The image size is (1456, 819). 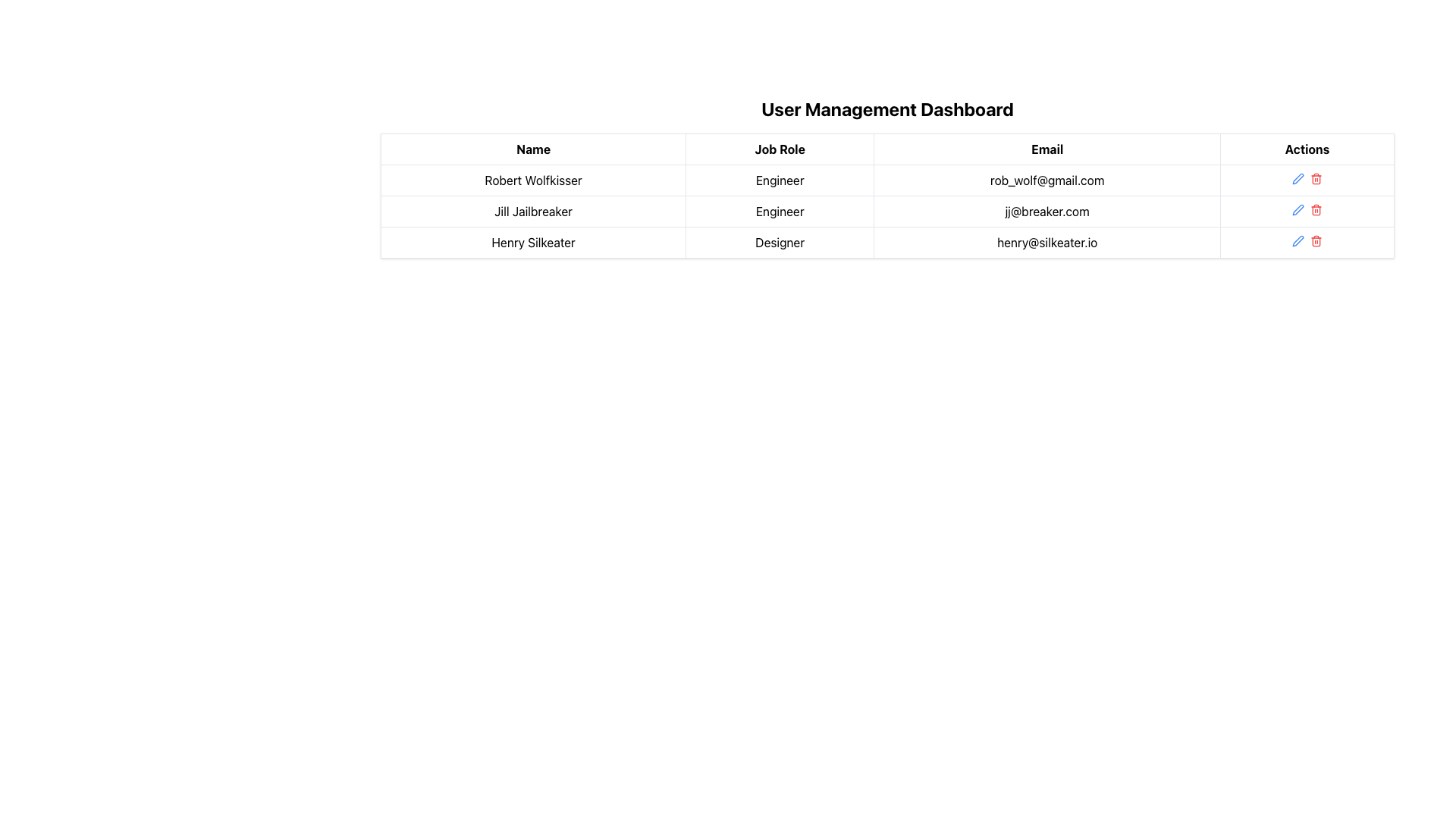 I want to click on the text field displaying the email address 'jj@breaker.com', so click(x=1046, y=211).